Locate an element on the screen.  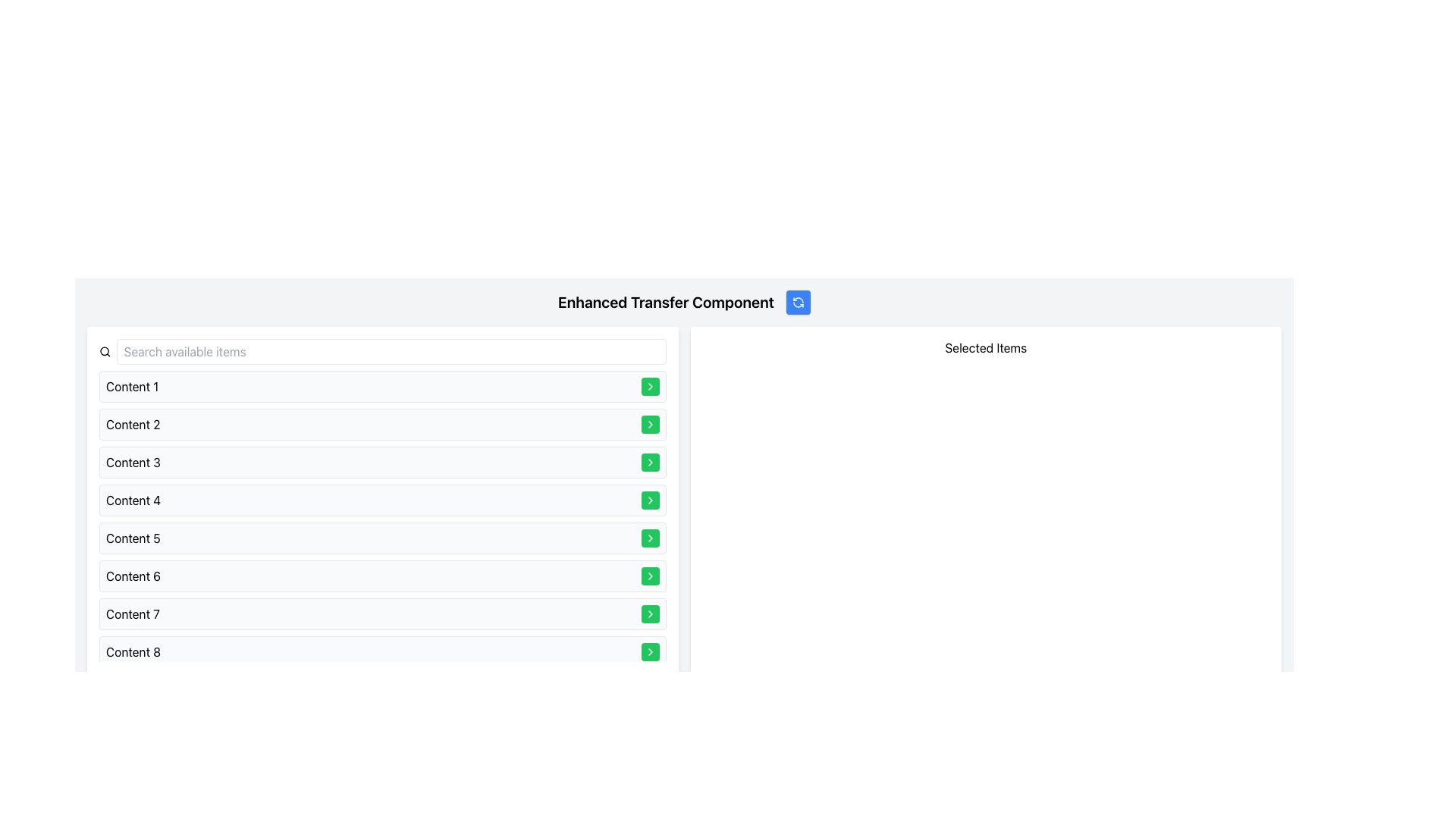
the green button of the fifth list item located between 'Content 4' and 'Content 6' in the vertical list is located at coordinates (382, 537).